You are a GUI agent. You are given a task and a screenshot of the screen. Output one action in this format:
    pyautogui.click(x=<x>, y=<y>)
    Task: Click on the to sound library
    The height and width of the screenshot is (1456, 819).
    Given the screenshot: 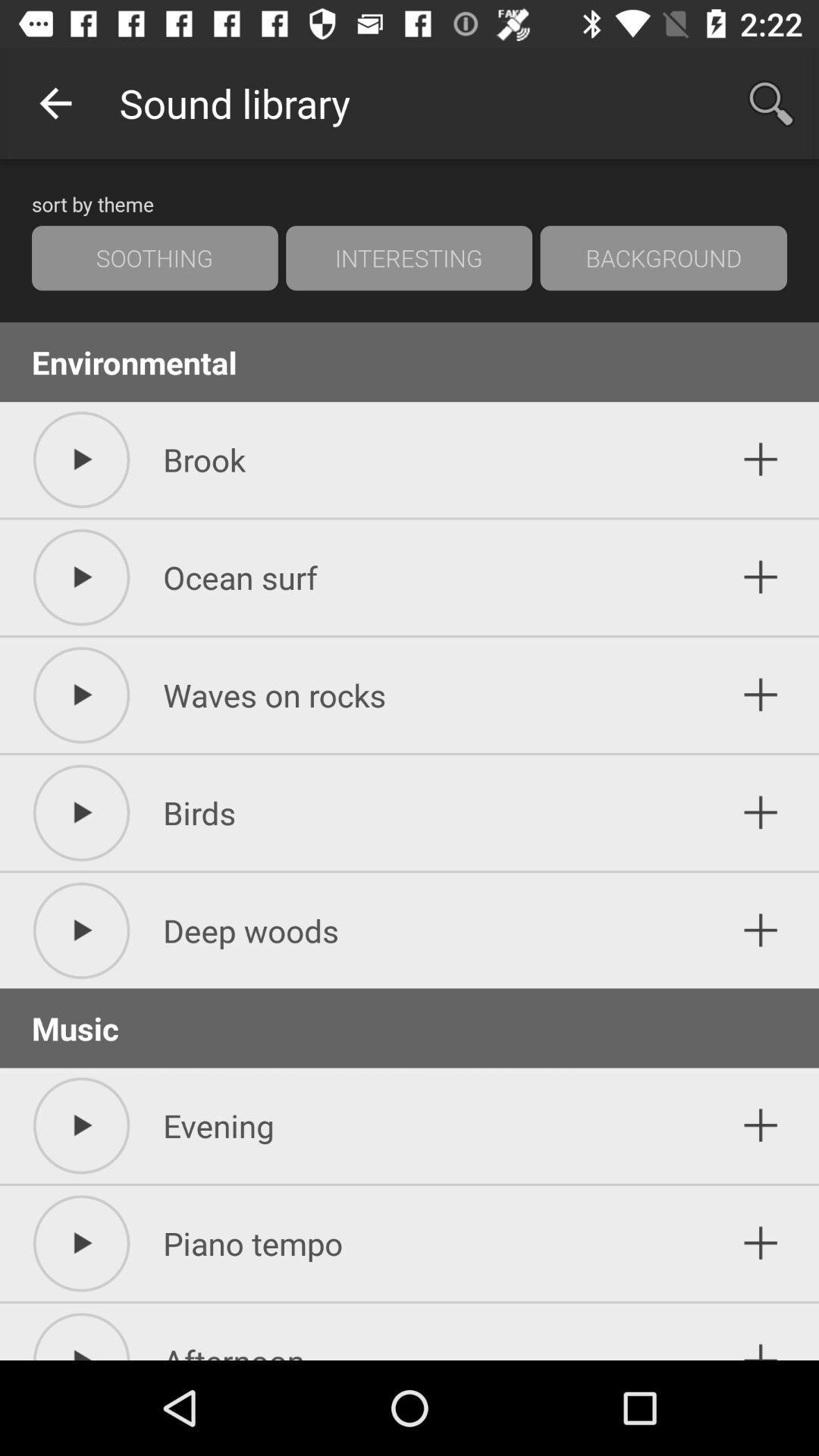 What is the action you would take?
    pyautogui.click(x=761, y=1335)
    